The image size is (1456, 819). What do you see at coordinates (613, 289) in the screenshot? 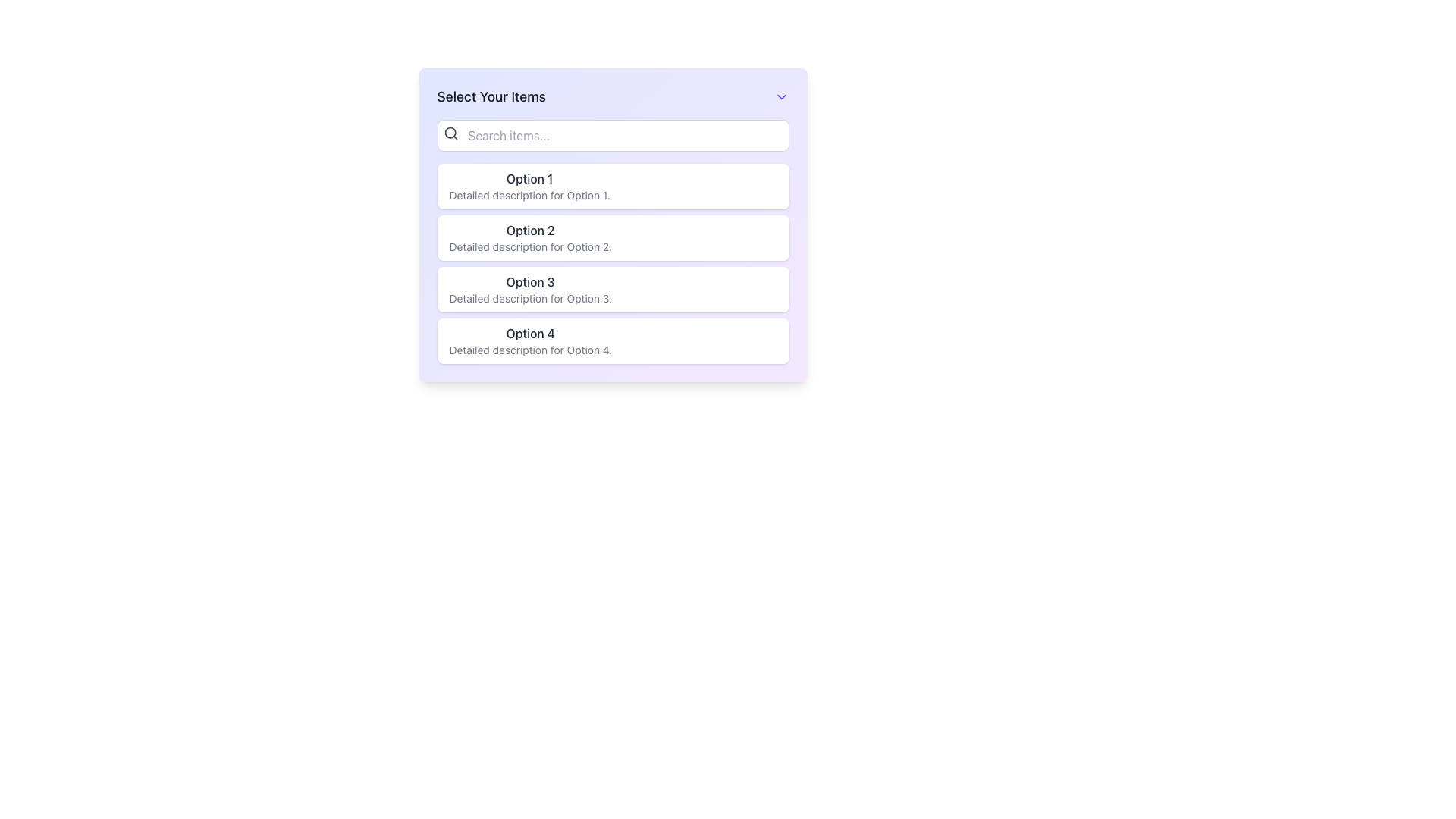
I see `the third list item titled 'Option 3'` at bounding box center [613, 289].